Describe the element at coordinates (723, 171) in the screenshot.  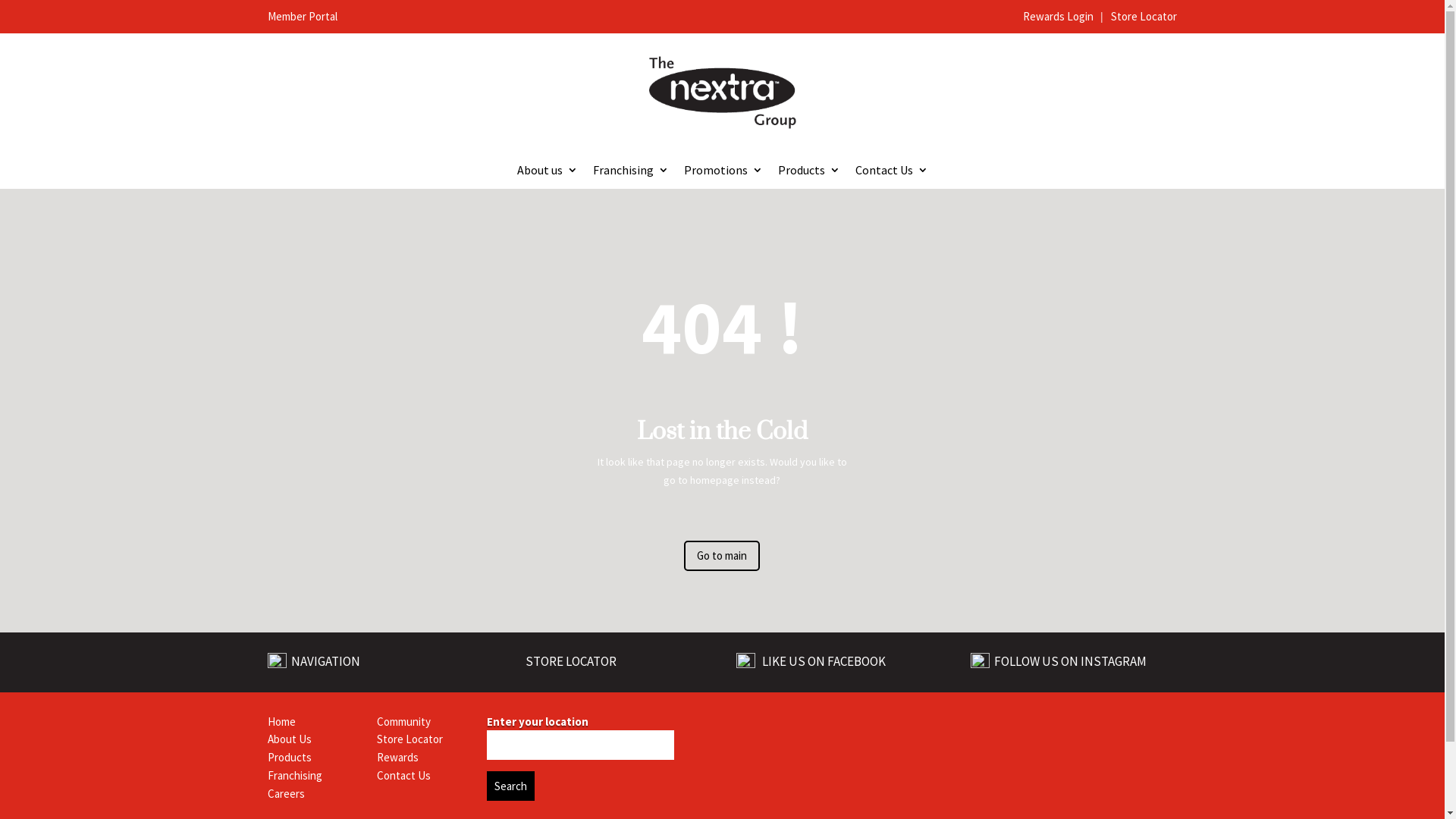
I see `'Promotions'` at that location.